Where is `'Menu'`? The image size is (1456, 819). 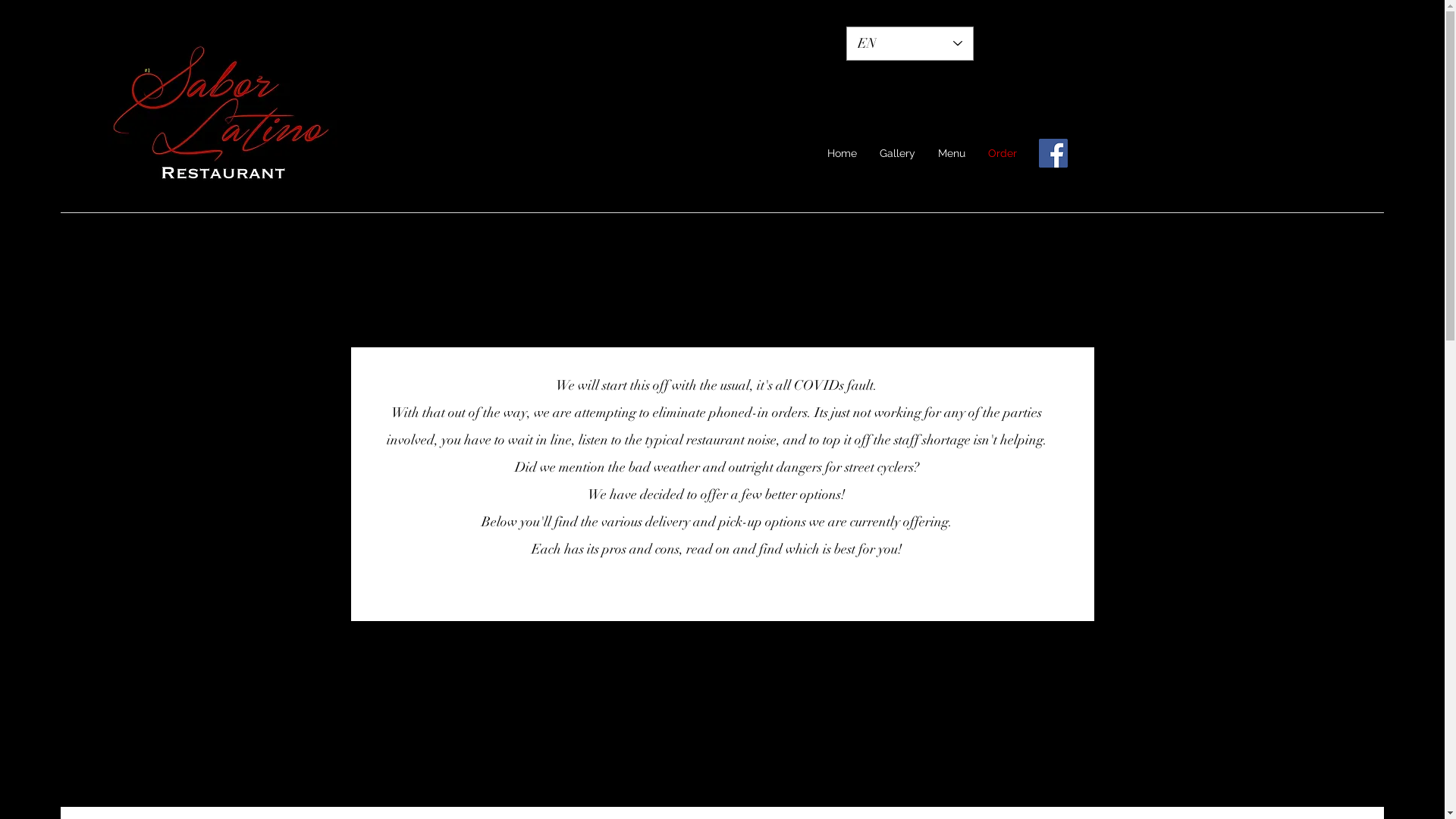 'Menu' is located at coordinates (950, 153).